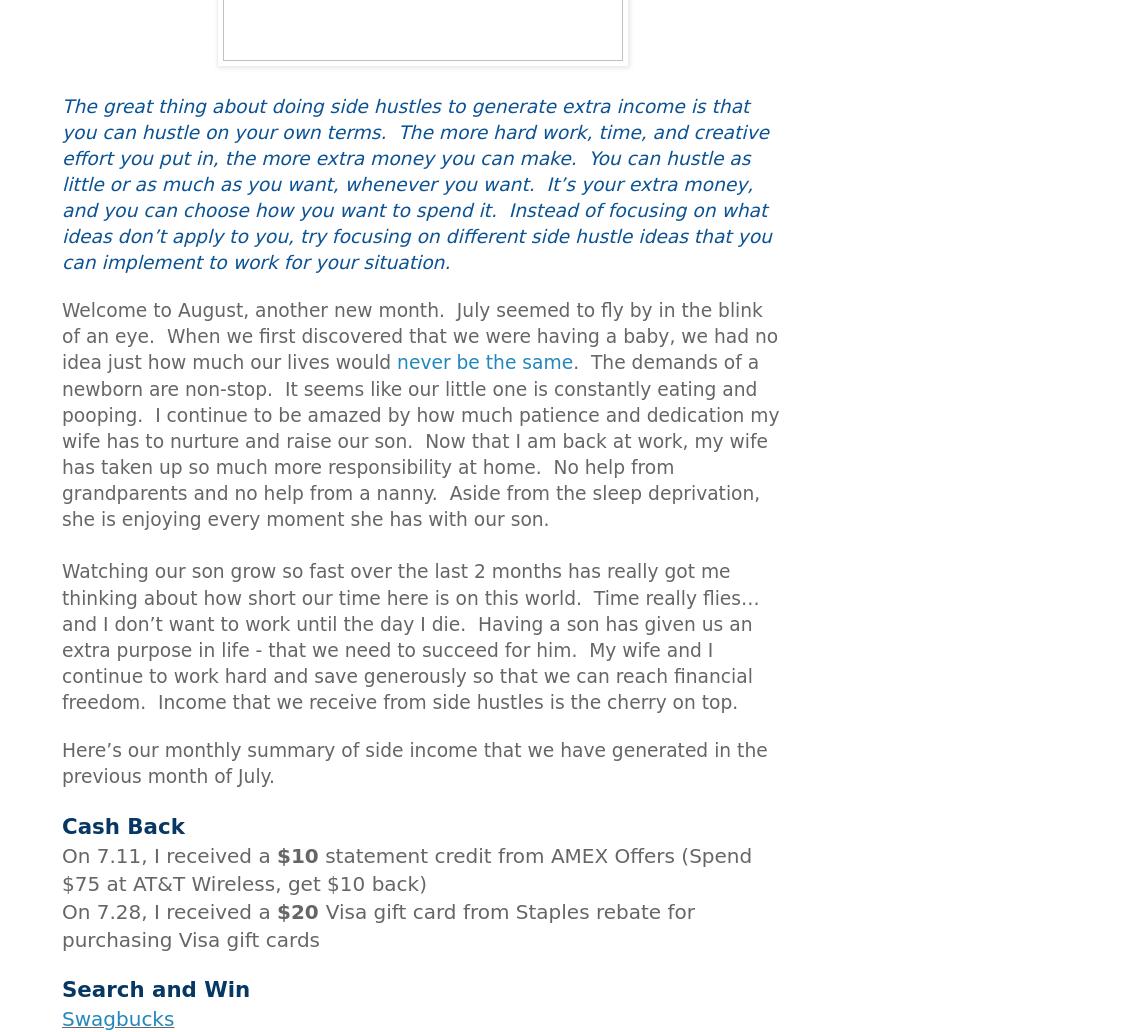 This screenshot has width=1148, height=1032. I want to click on 'Search and Win', so click(156, 988).